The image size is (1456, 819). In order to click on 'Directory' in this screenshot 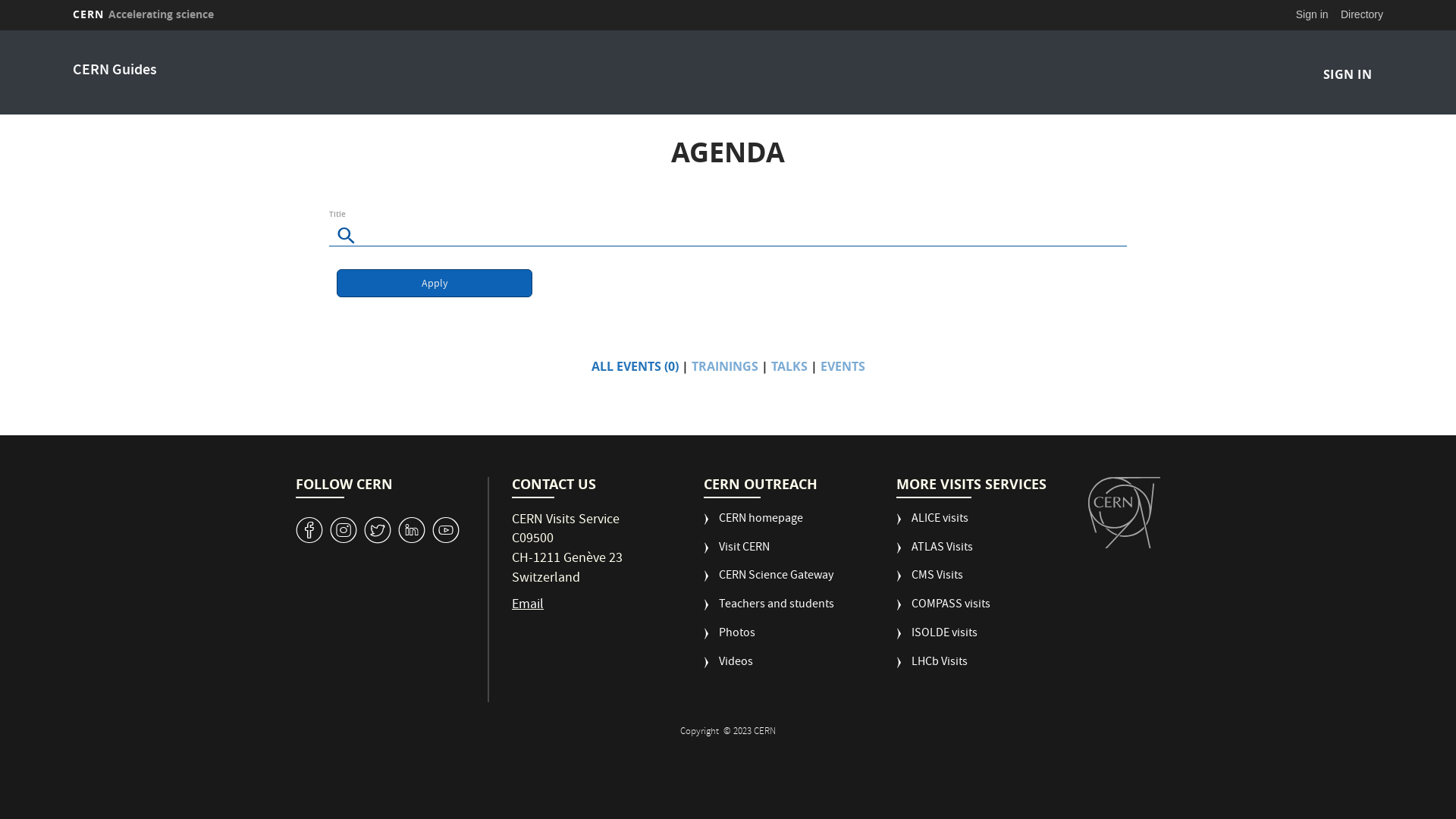, I will do `click(1361, 14)`.